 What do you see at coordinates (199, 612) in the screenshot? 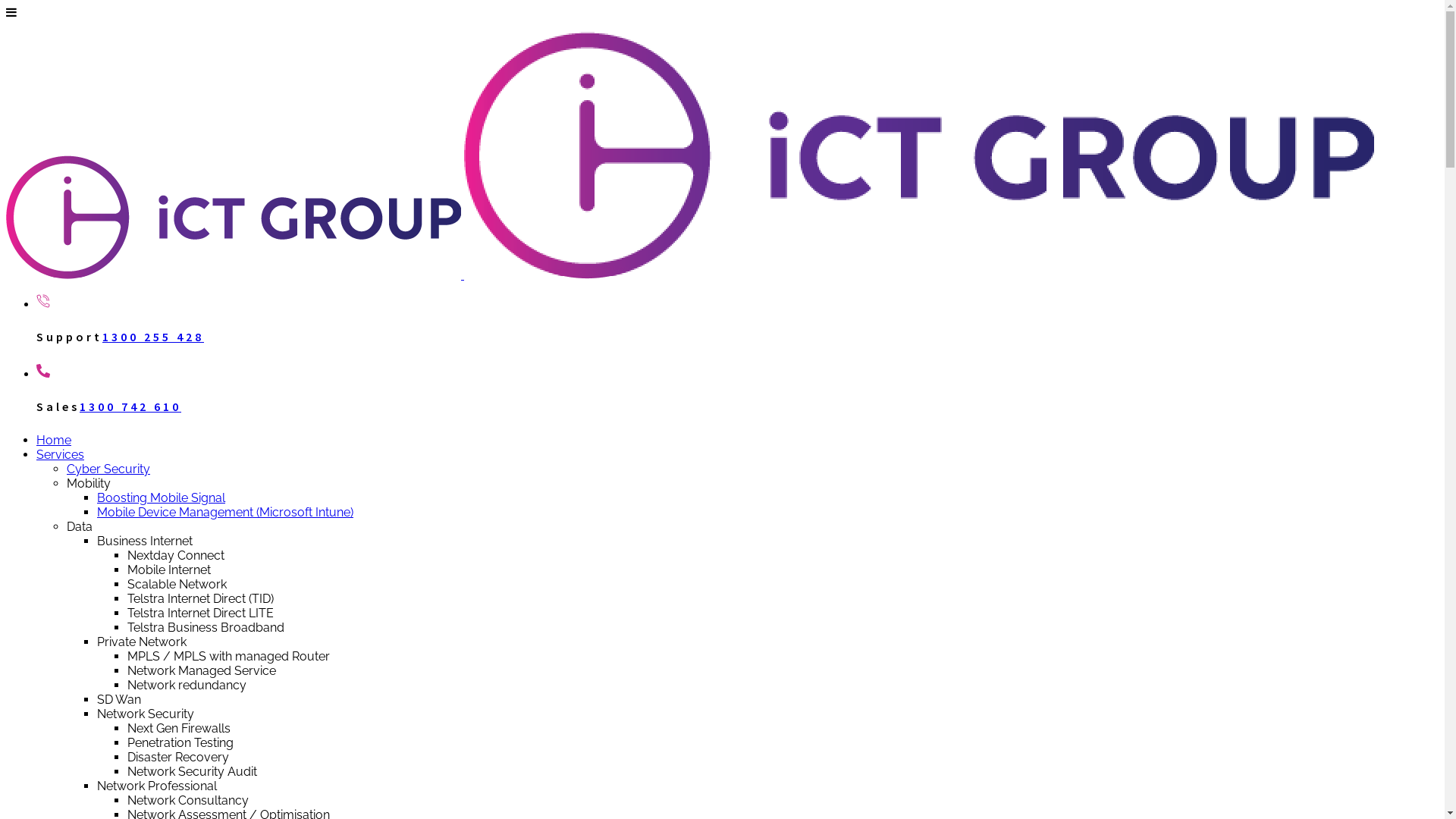
I see `'Telstra Internet Direct LITE'` at bounding box center [199, 612].